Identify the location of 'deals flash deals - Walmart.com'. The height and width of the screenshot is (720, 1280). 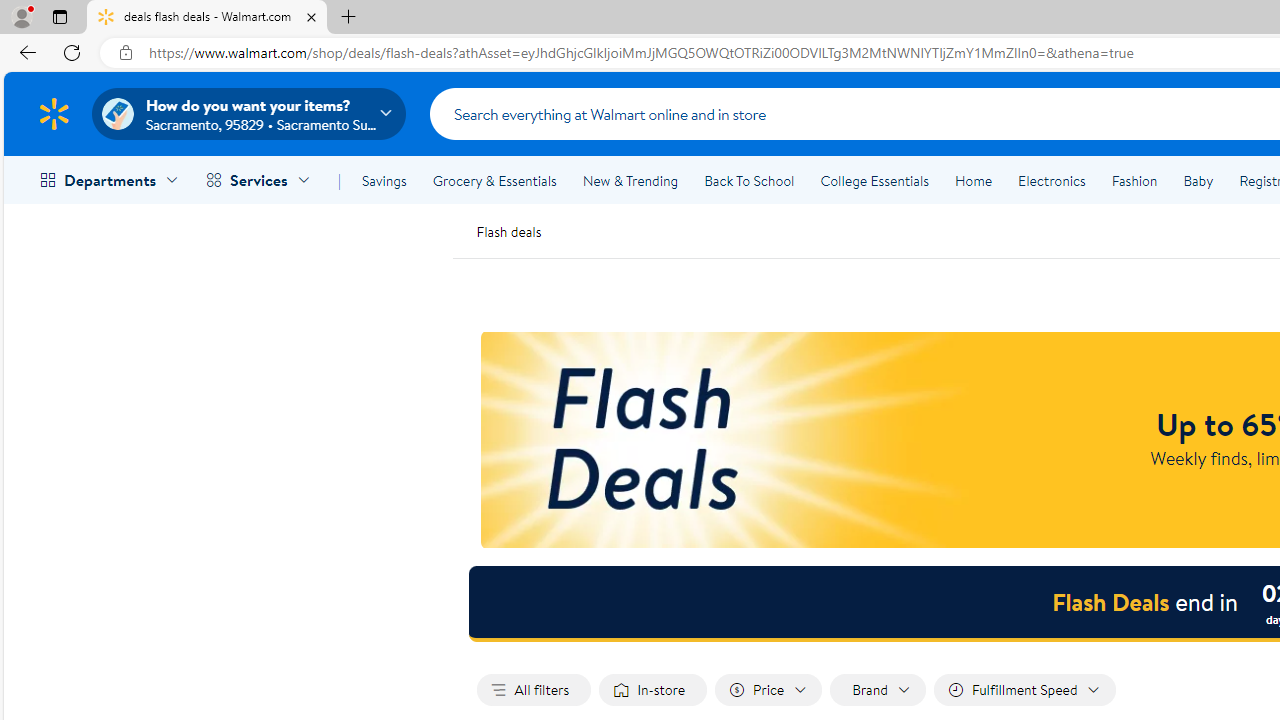
(207, 17).